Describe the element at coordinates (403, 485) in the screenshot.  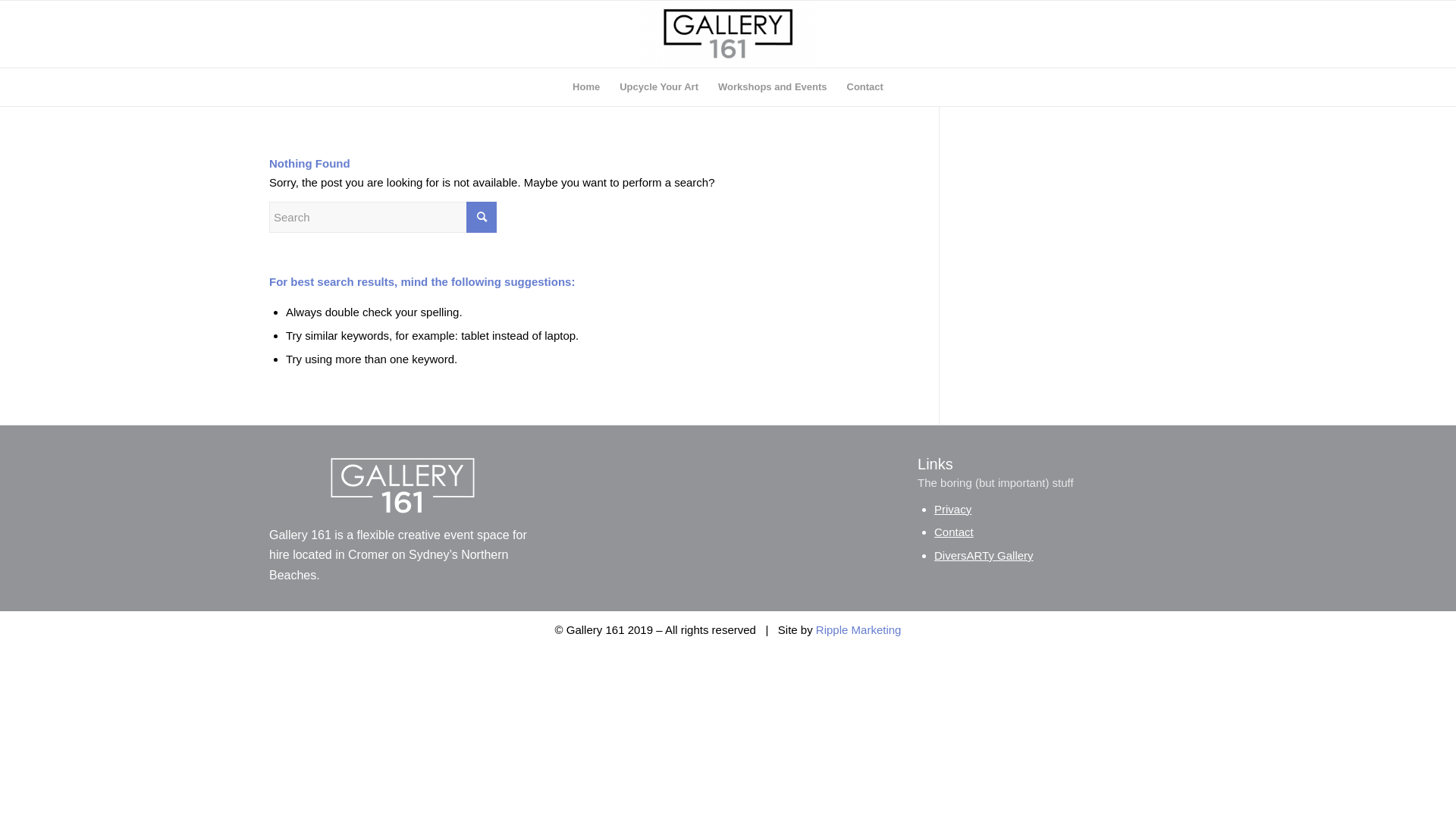
I see `'Logo white-01'` at that location.